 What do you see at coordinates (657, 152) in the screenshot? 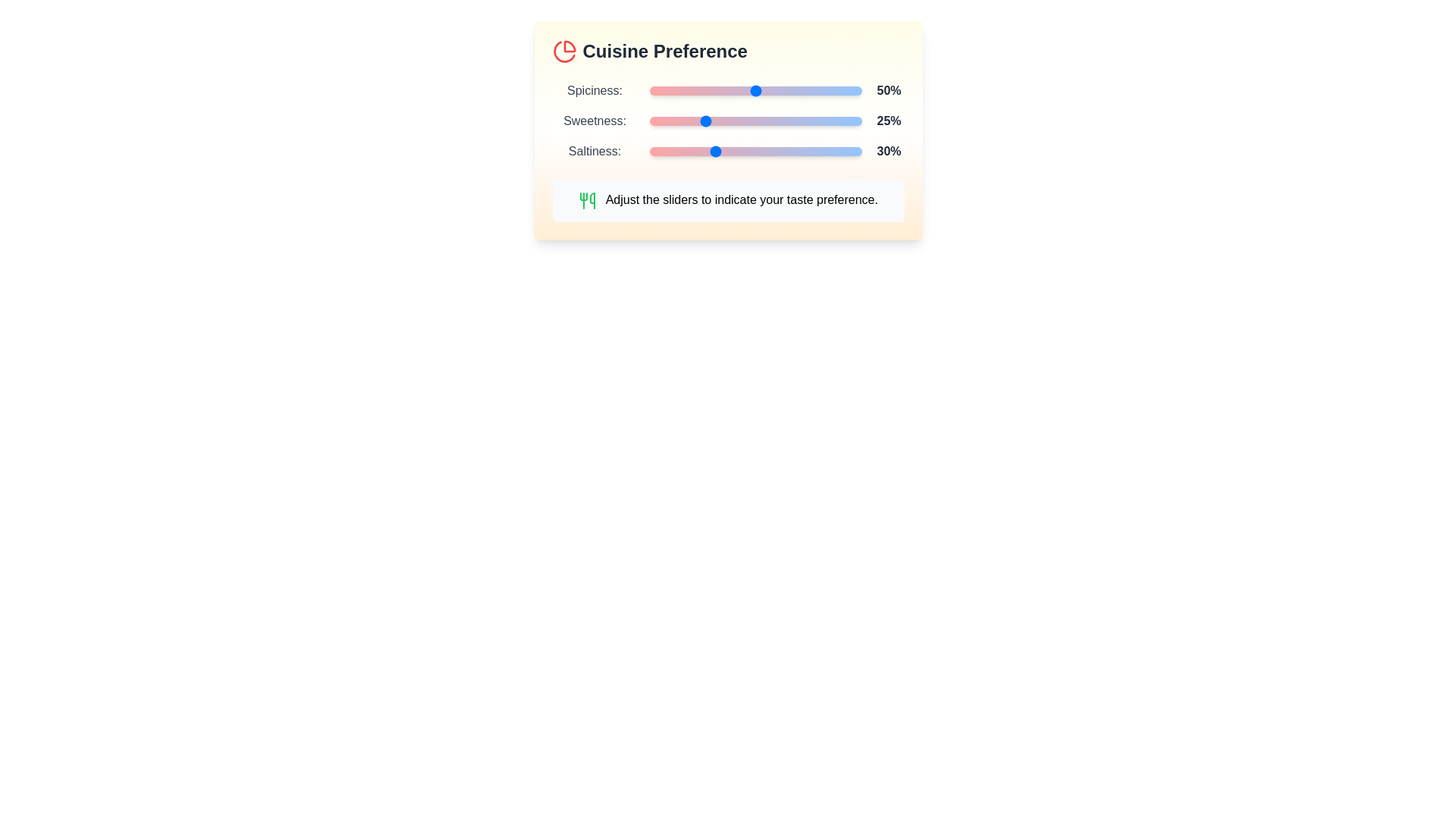
I see `the saltiness slider to 4%` at bounding box center [657, 152].